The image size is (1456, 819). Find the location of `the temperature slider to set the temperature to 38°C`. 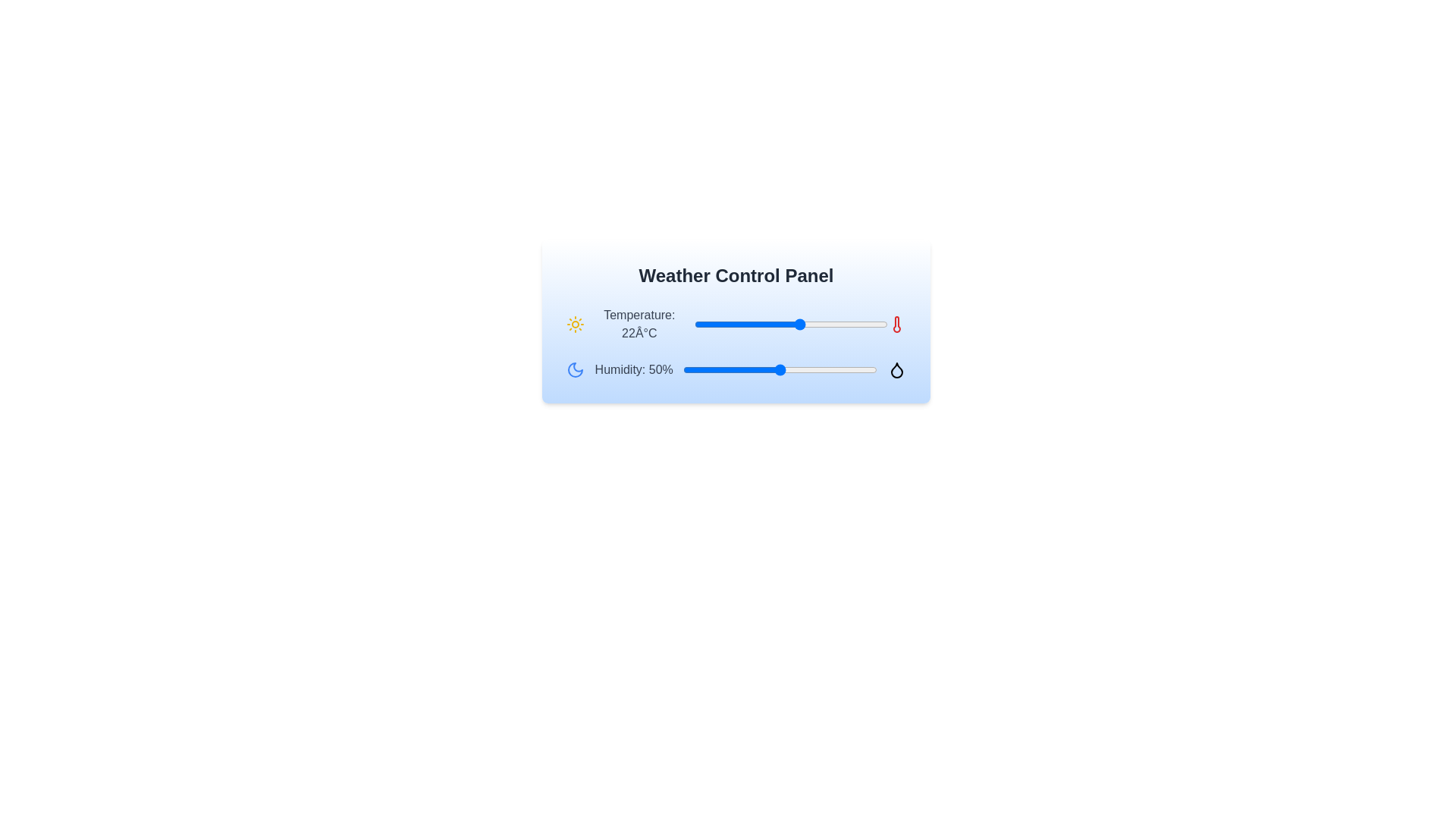

the temperature slider to set the temperature to 38°C is located at coordinates (878, 324).